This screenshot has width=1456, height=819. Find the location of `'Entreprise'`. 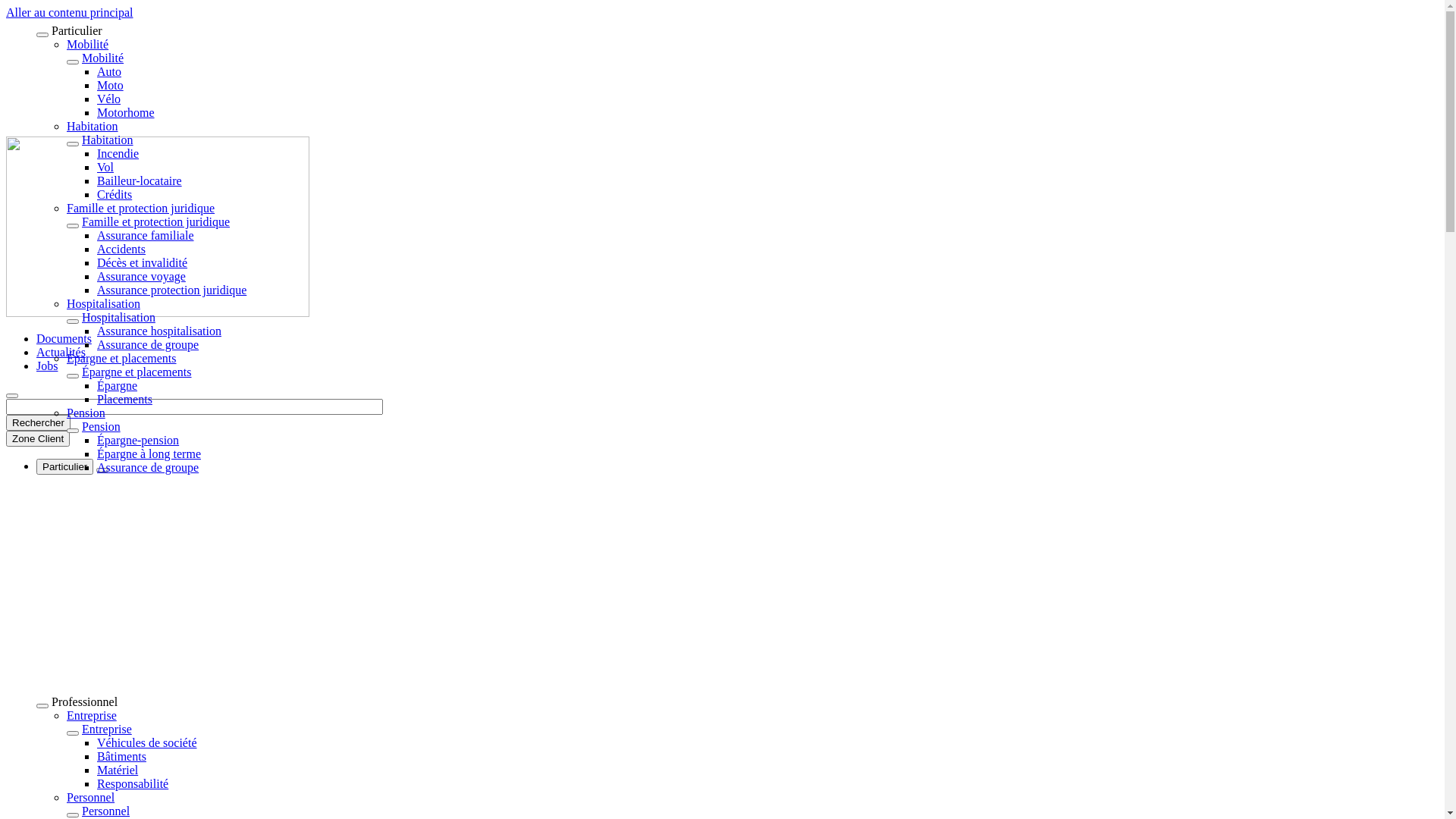

'Entreprise' is located at coordinates (65, 715).